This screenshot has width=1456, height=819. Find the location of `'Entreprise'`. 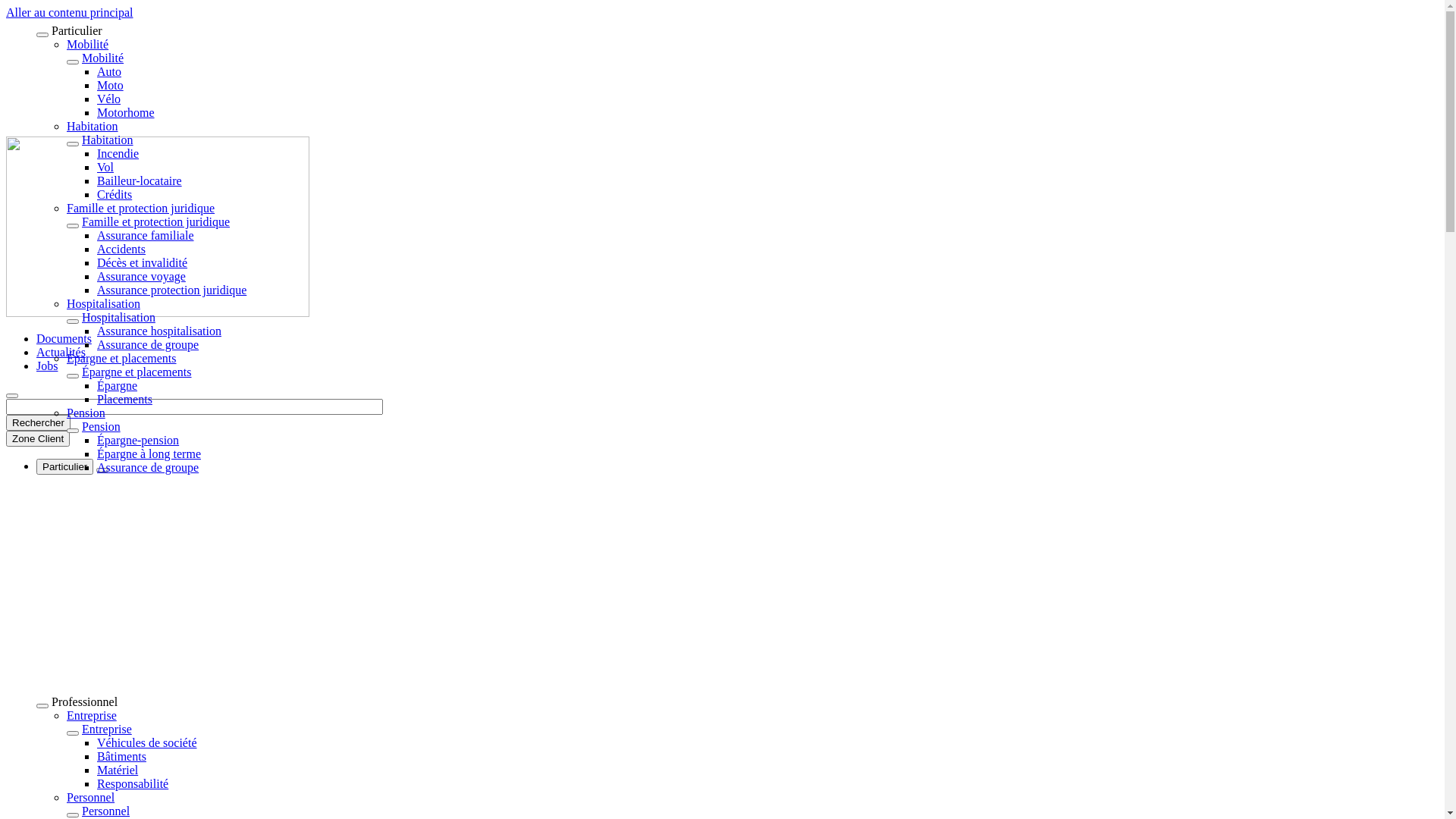

'Entreprise' is located at coordinates (65, 715).